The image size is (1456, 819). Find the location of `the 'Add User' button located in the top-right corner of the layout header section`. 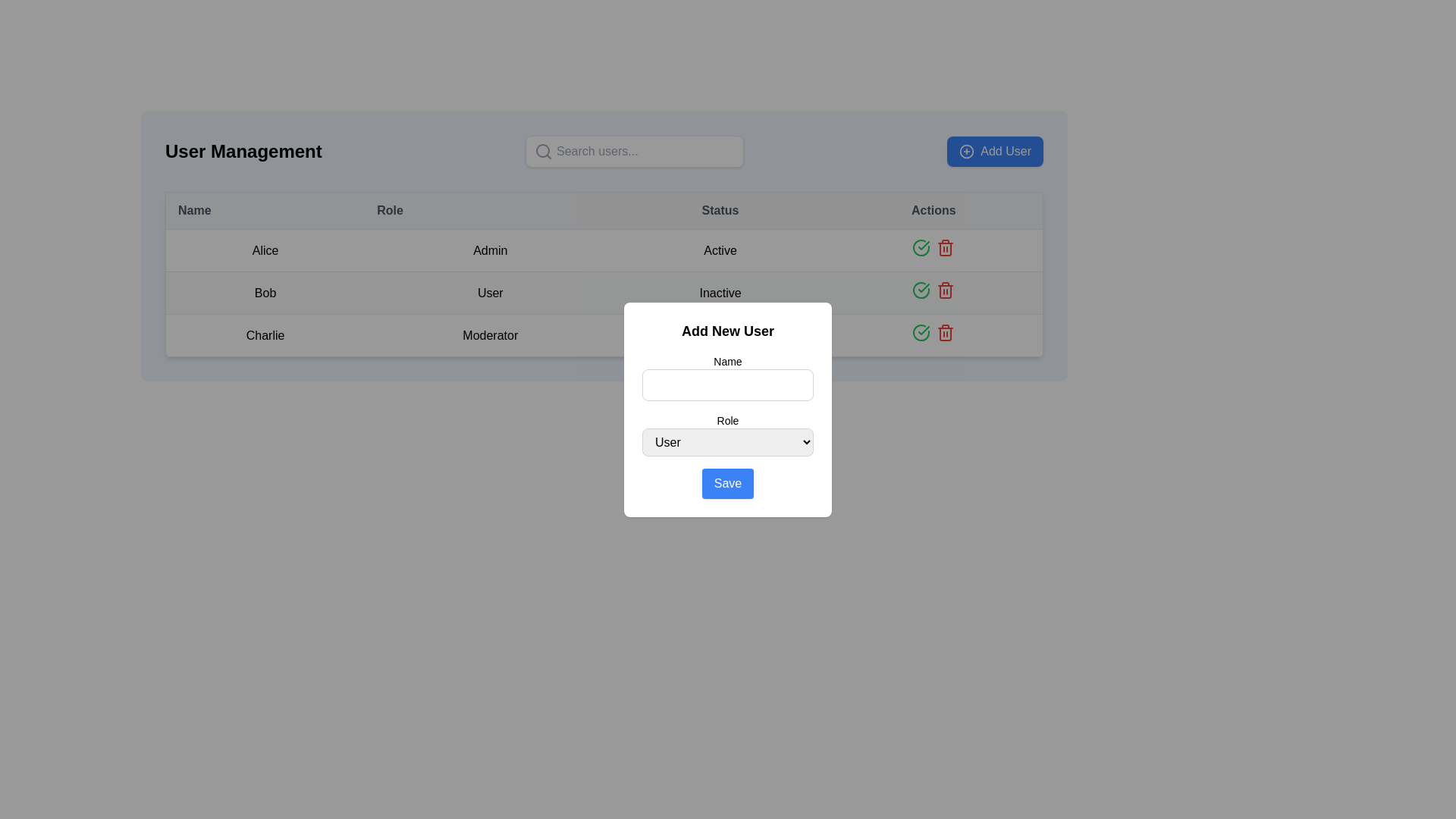

the 'Add User' button located in the top-right corner of the layout header section is located at coordinates (995, 152).